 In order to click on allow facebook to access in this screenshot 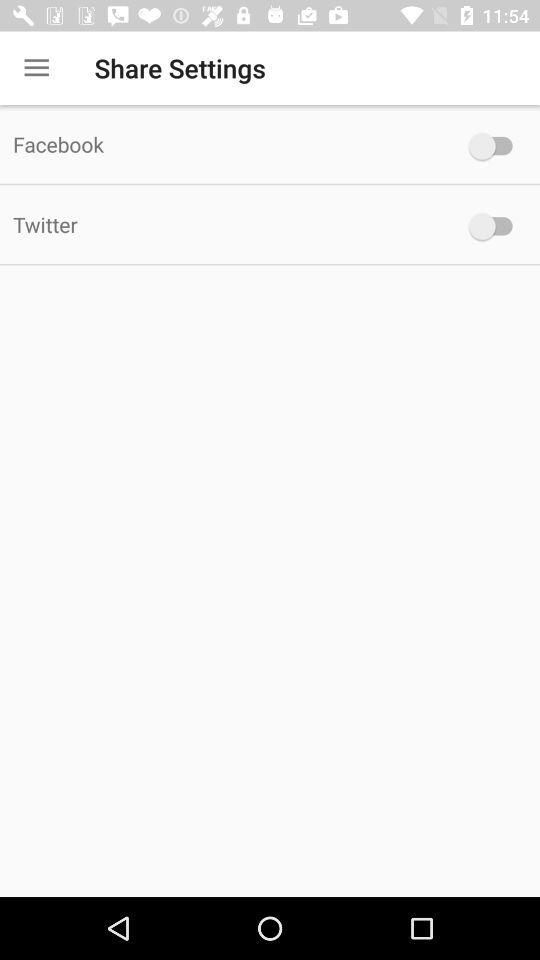, I will do `click(494, 145)`.